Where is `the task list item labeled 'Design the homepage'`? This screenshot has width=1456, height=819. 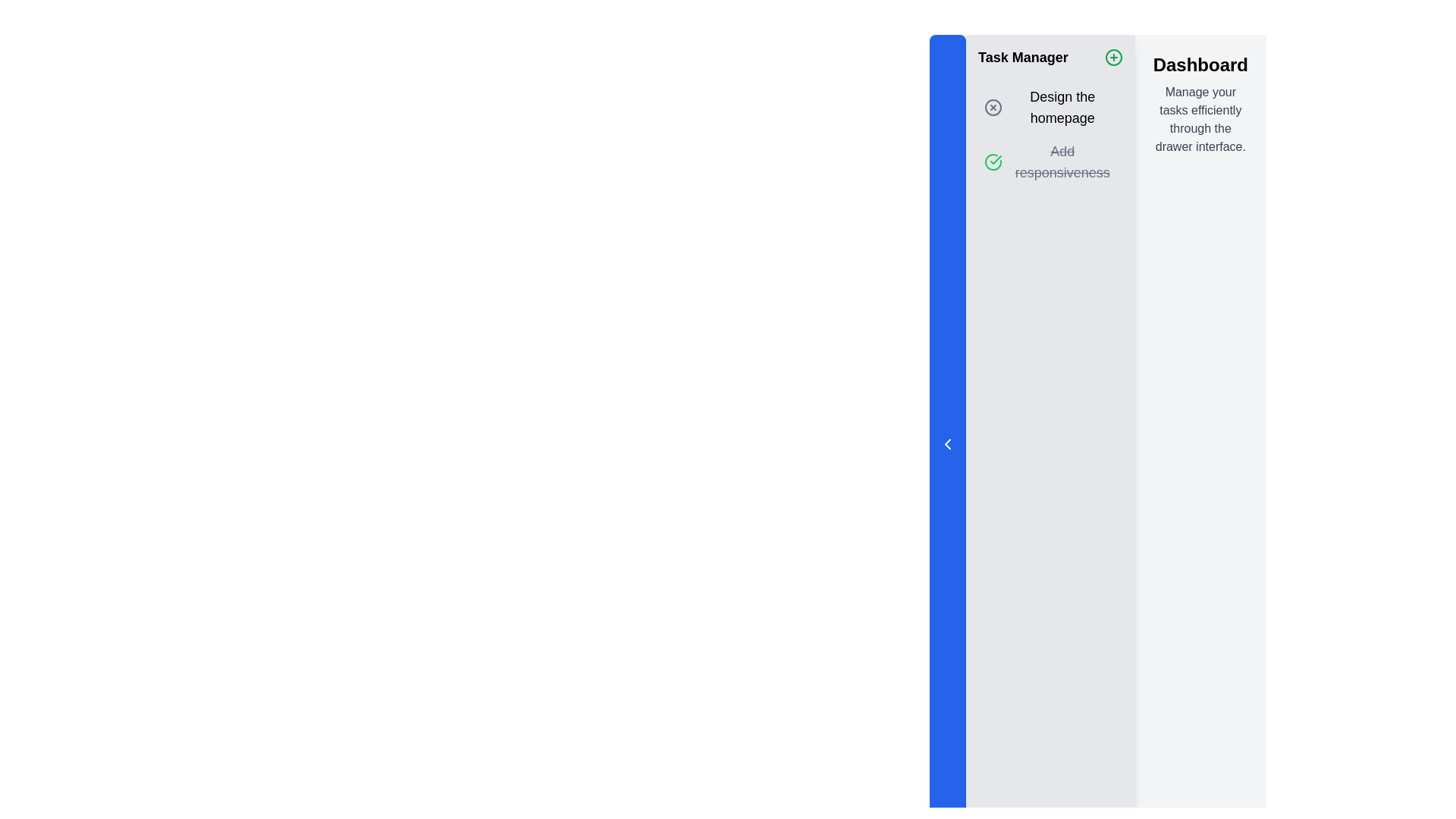 the task list item labeled 'Design the homepage' is located at coordinates (1050, 107).